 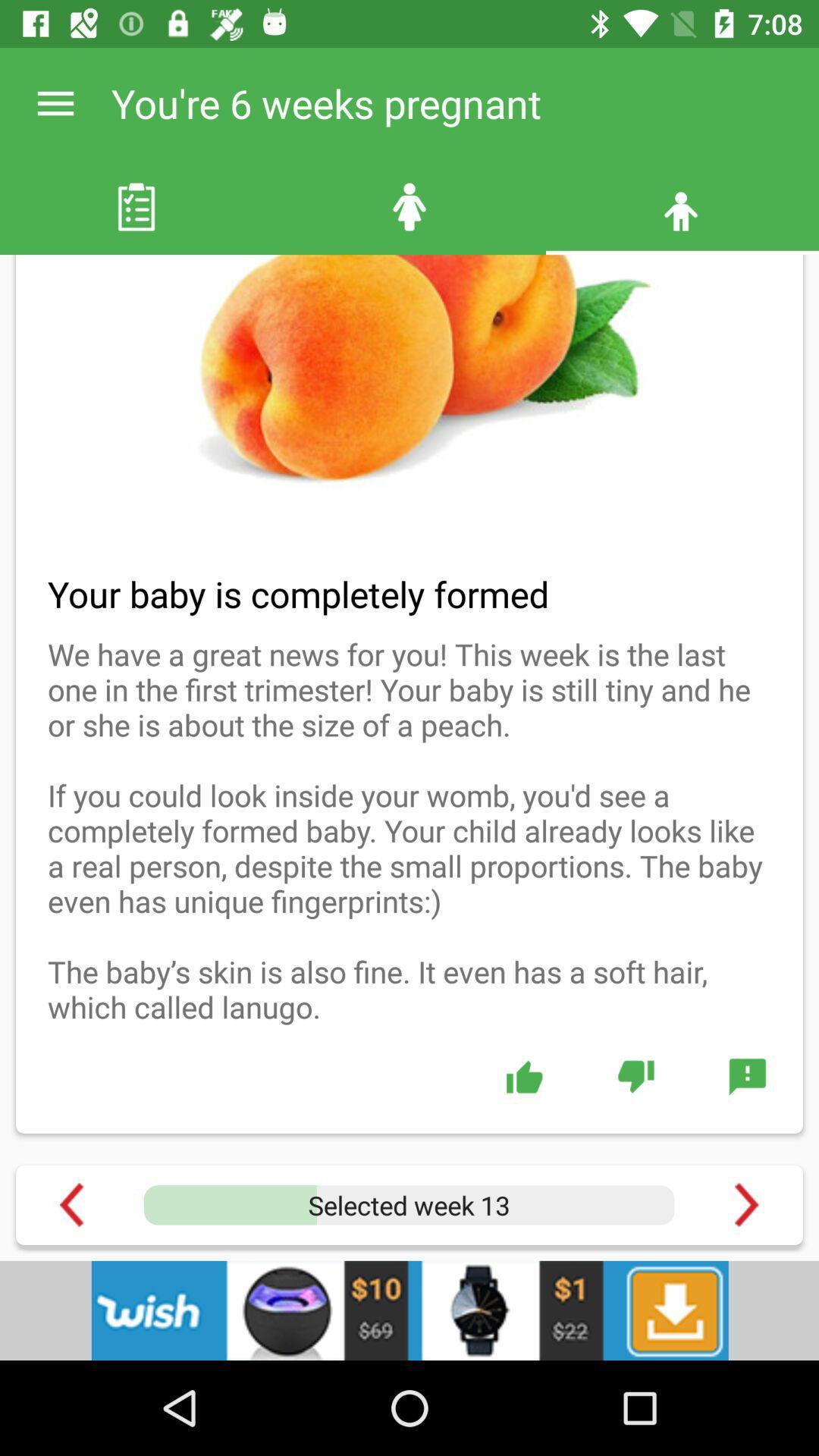 I want to click on next to the option, so click(x=745, y=1204).